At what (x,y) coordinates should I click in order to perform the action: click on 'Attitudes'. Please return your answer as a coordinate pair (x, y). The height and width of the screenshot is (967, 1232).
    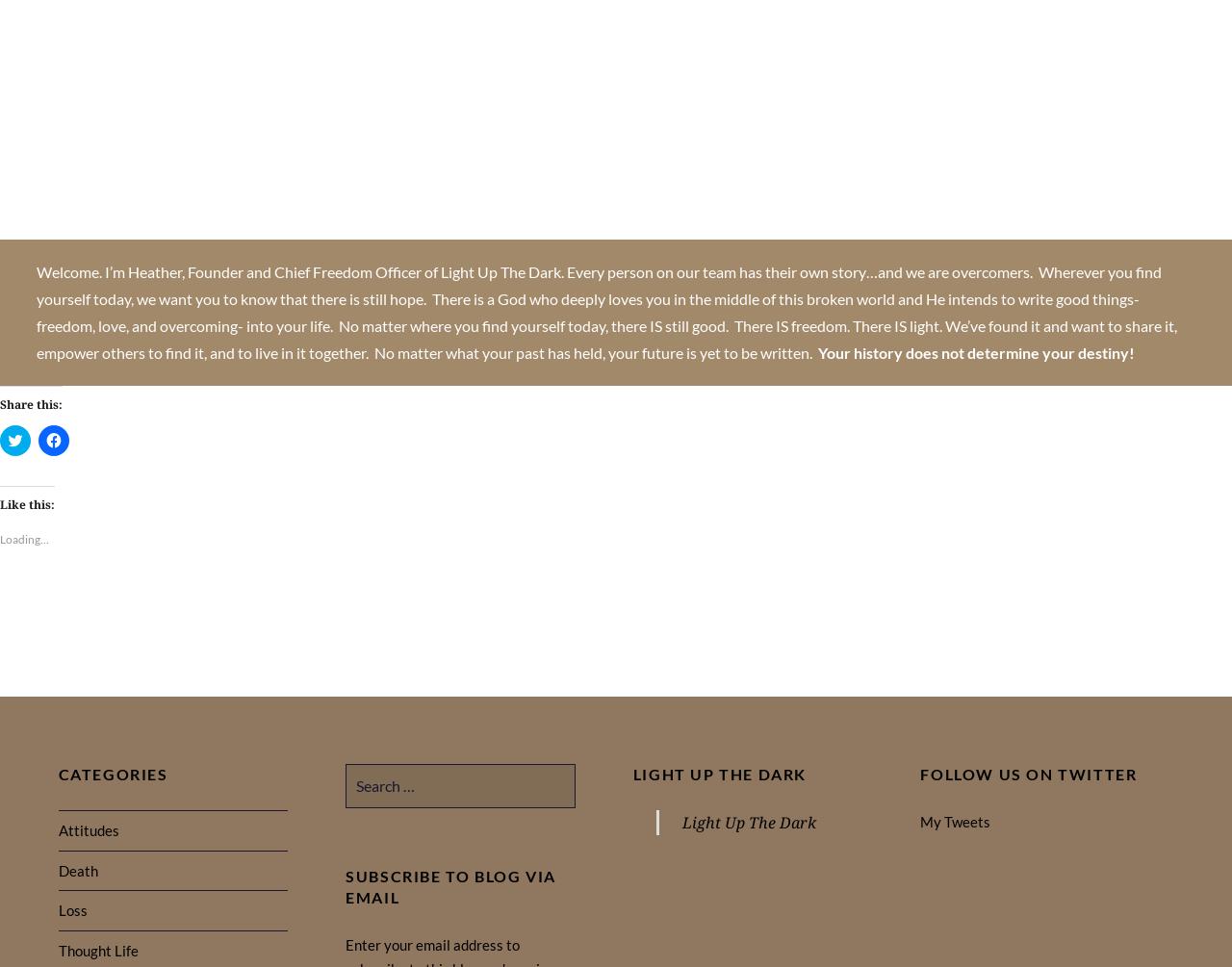
    Looking at the image, I should click on (87, 827).